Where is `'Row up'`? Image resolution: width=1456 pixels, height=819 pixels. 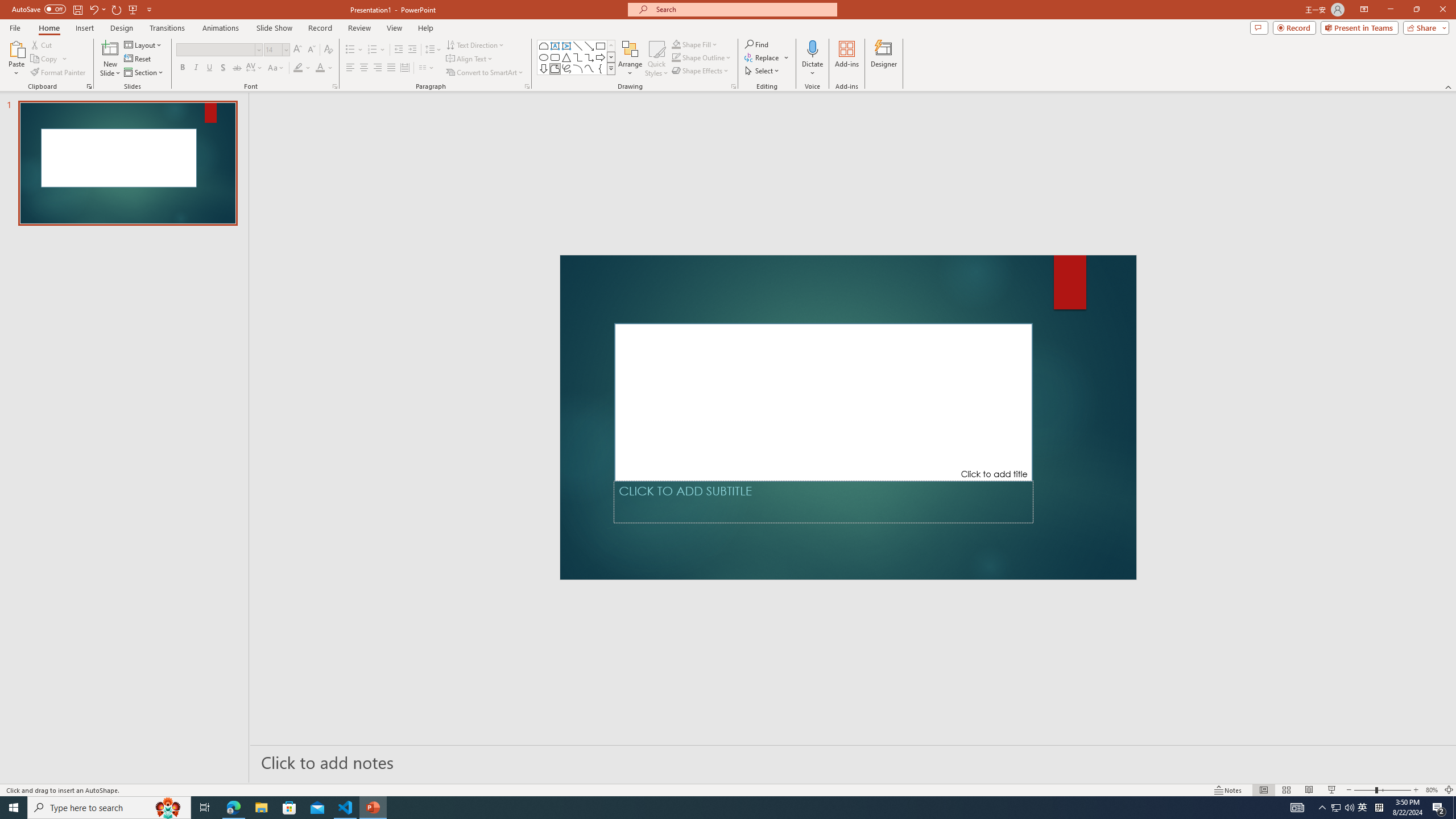 'Row up' is located at coordinates (611, 45).